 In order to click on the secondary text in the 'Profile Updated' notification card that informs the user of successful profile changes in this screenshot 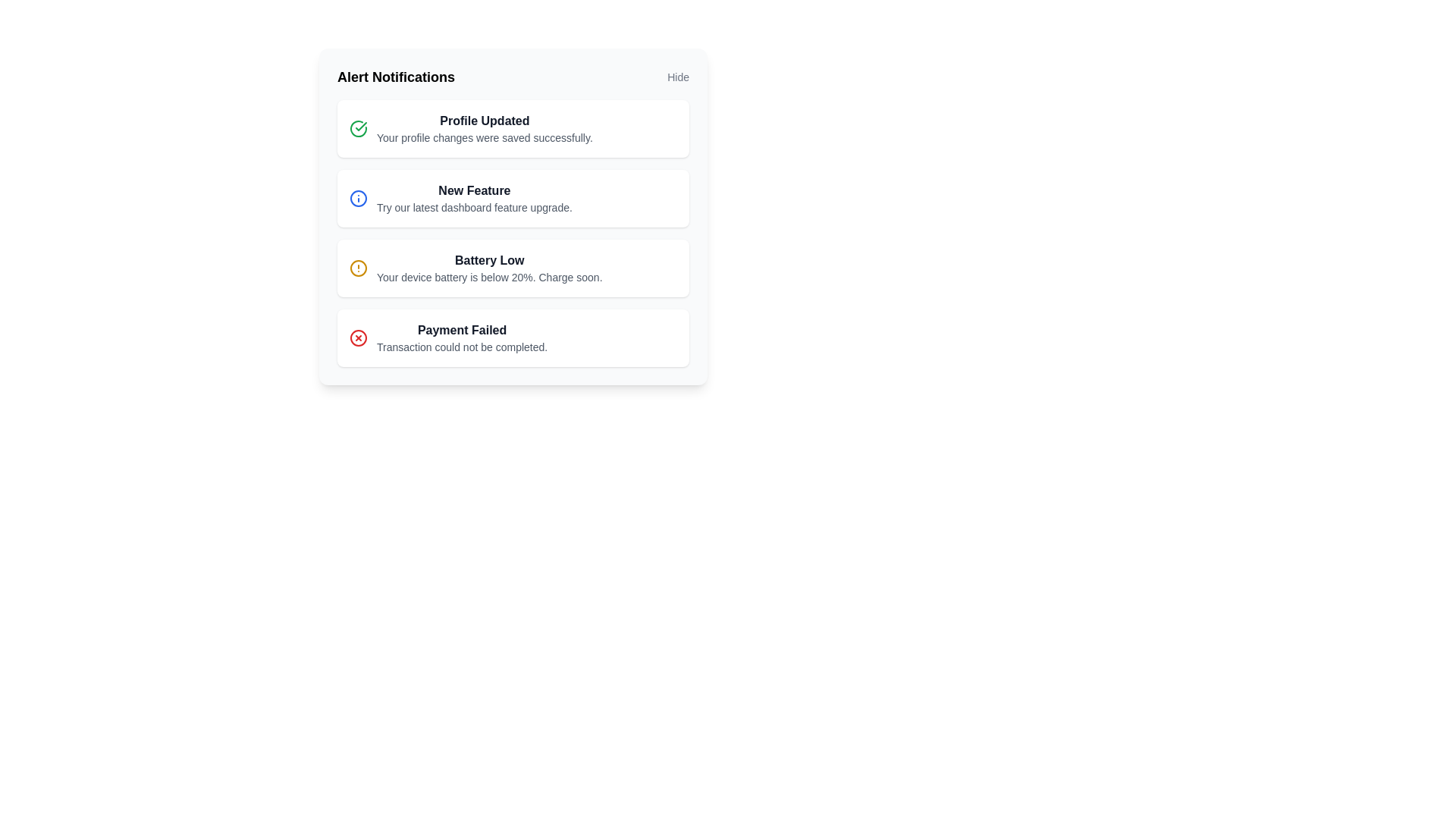, I will do `click(484, 137)`.